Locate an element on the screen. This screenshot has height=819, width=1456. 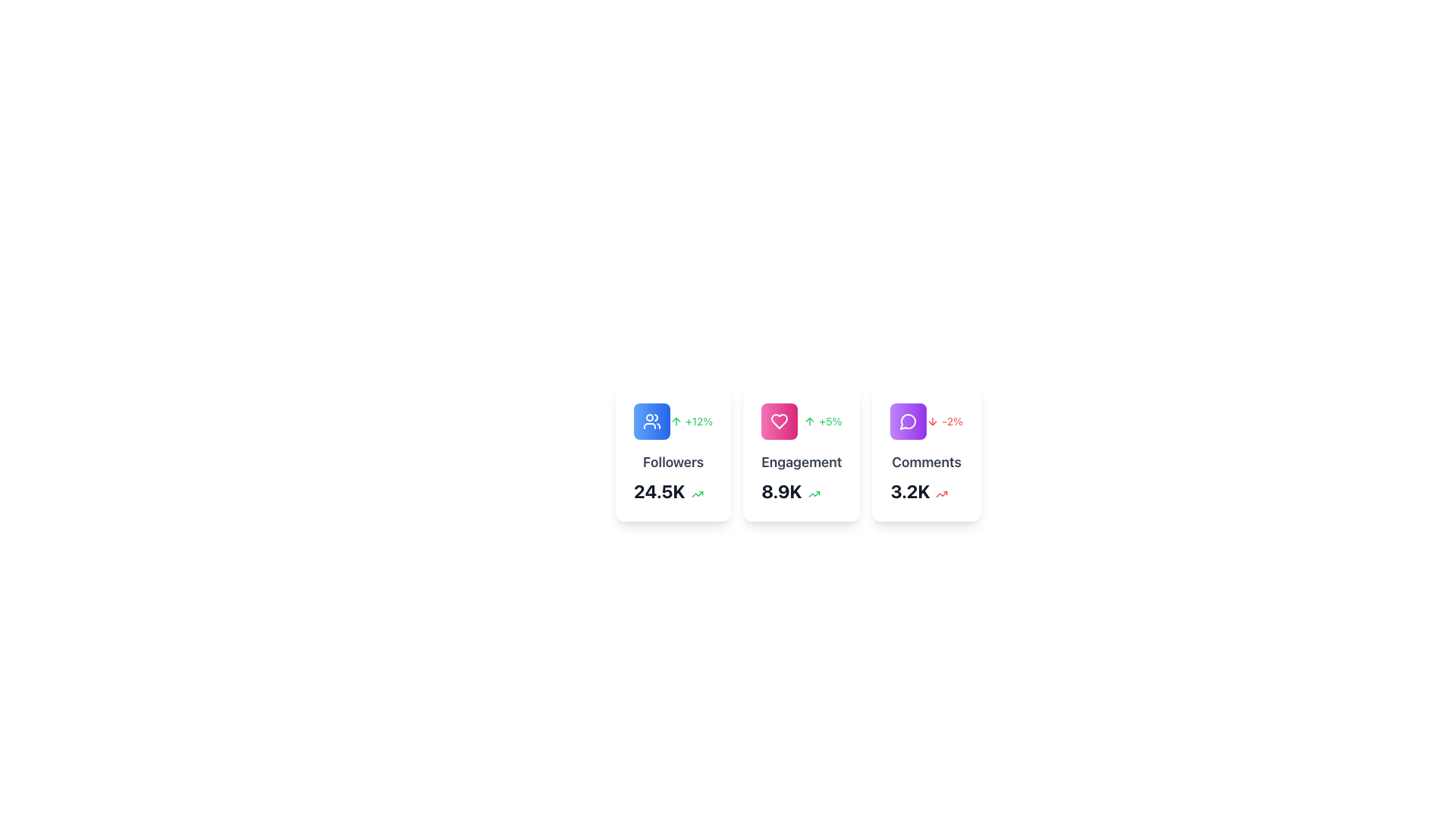
the text label displaying a percentage value (+5%) indicating positive growth in engagement metrics, located in the second column of the metrics cards, near the top-right of the 'Engagement' card is located at coordinates (830, 421).